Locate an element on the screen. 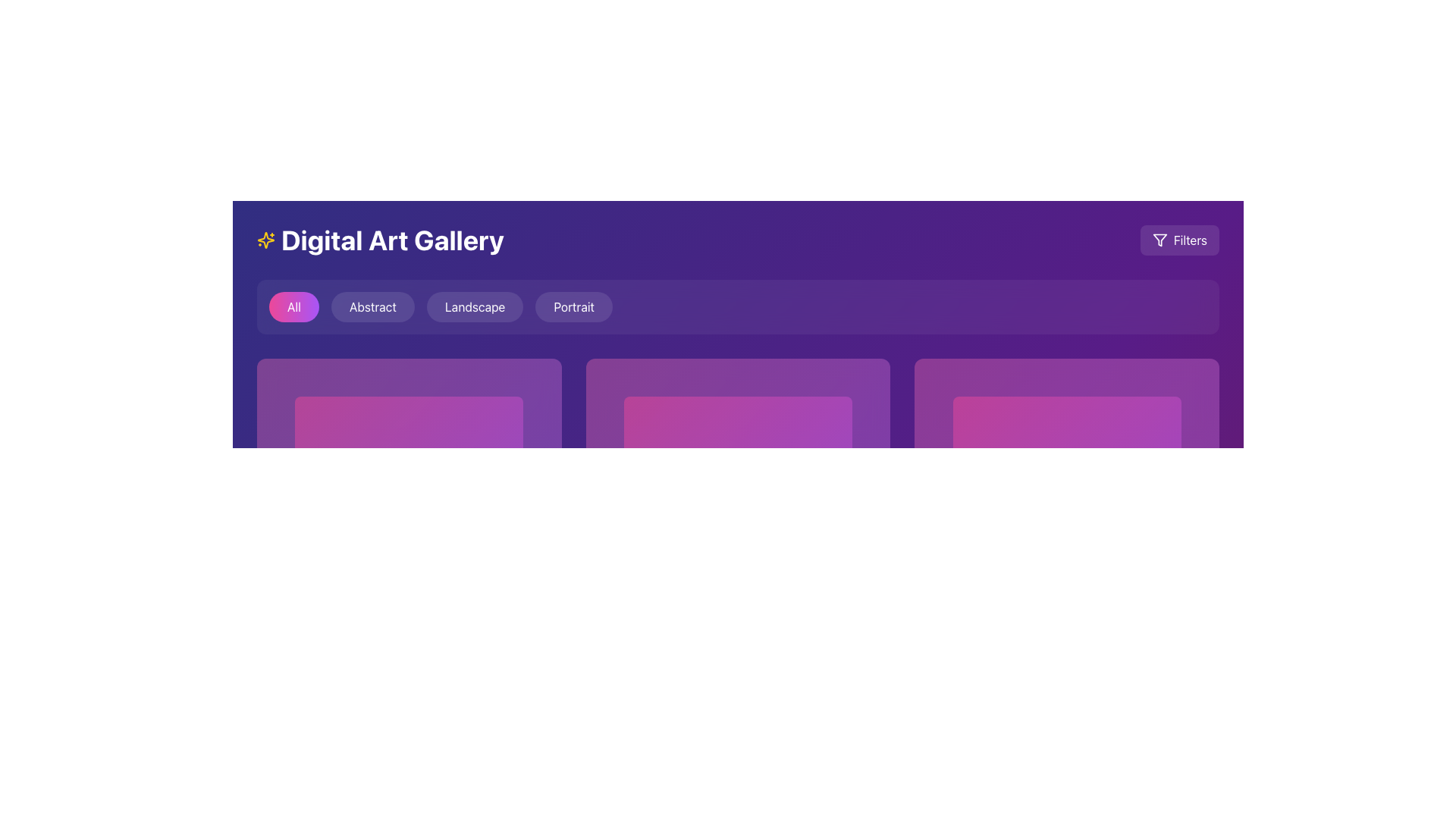 The height and width of the screenshot is (819, 1456). the 'Portrait' category filter button, which is the fourth button in a row of four buttons labeled 'All', 'Abstract', 'Landscape', and 'Portrait', to observe the hover effect is located at coordinates (573, 307).